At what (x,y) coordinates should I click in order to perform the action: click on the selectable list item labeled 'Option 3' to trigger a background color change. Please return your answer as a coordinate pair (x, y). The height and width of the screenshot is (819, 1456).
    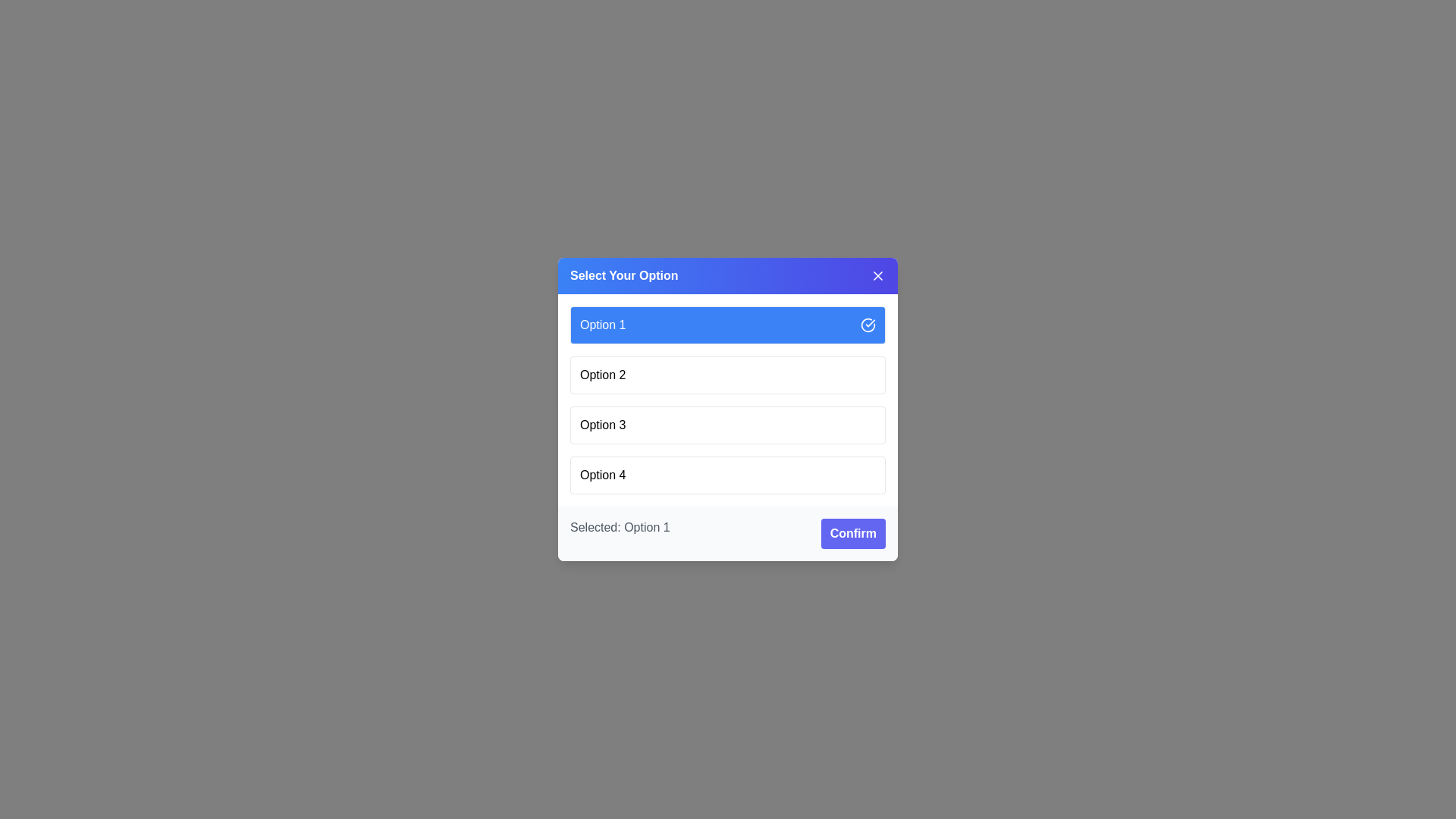
    Looking at the image, I should click on (728, 425).